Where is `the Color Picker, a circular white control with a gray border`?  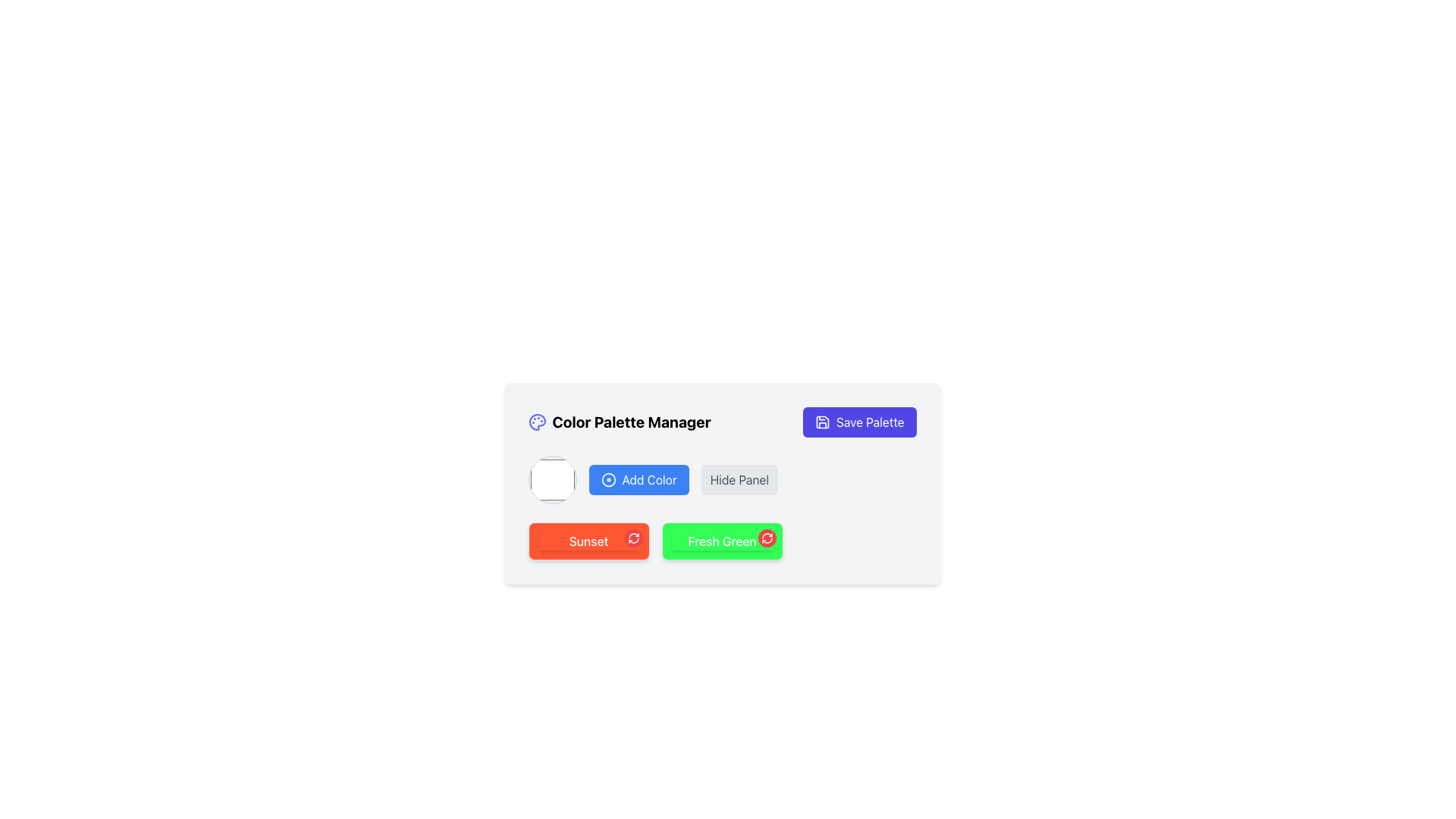
the Color Picker, a circular white control with a gray border is located at coordinates (551, 479).